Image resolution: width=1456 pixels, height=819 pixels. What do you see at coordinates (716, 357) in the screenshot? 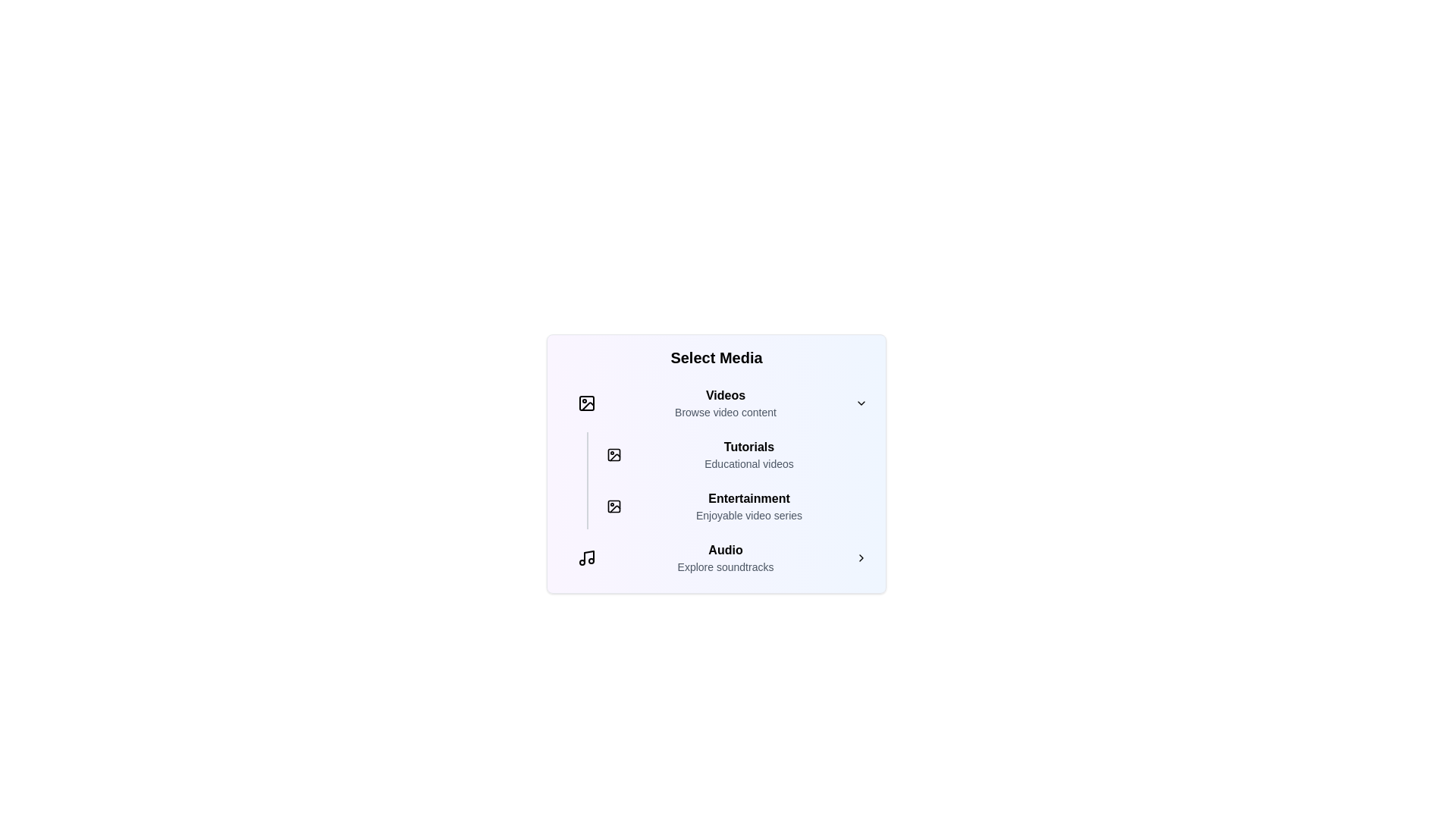
I see `the 'Select Media' heading, which is a bold text element located at the top of a card-like interface with a gradient background` at bounding box center [716, 357].